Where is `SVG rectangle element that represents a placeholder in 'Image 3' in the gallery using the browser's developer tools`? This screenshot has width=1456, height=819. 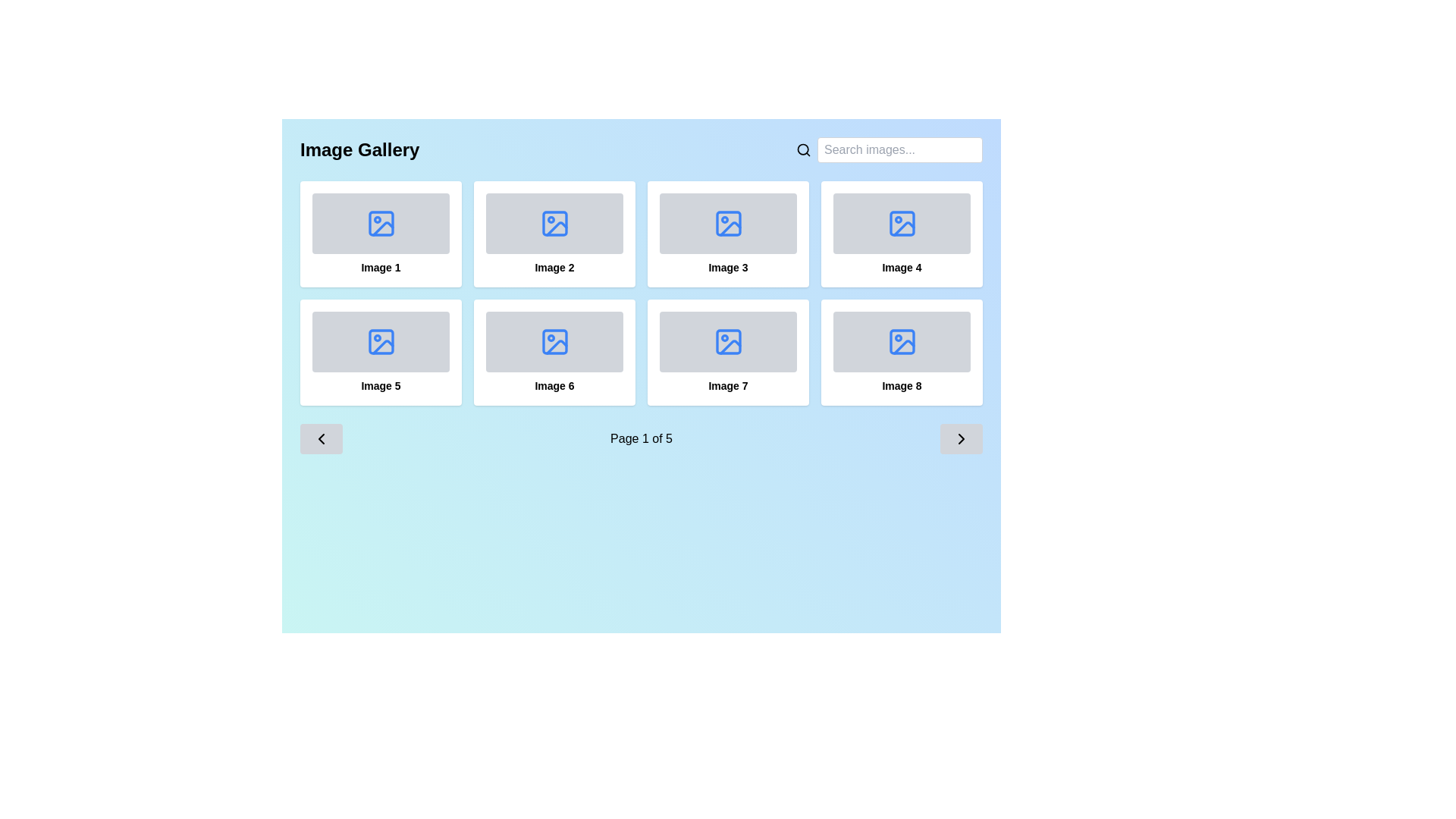
SVG rectangle element that represents a placeholder in 'Image 3' in the gallery using the browser's developer tools is located at coordinates (728, 223).